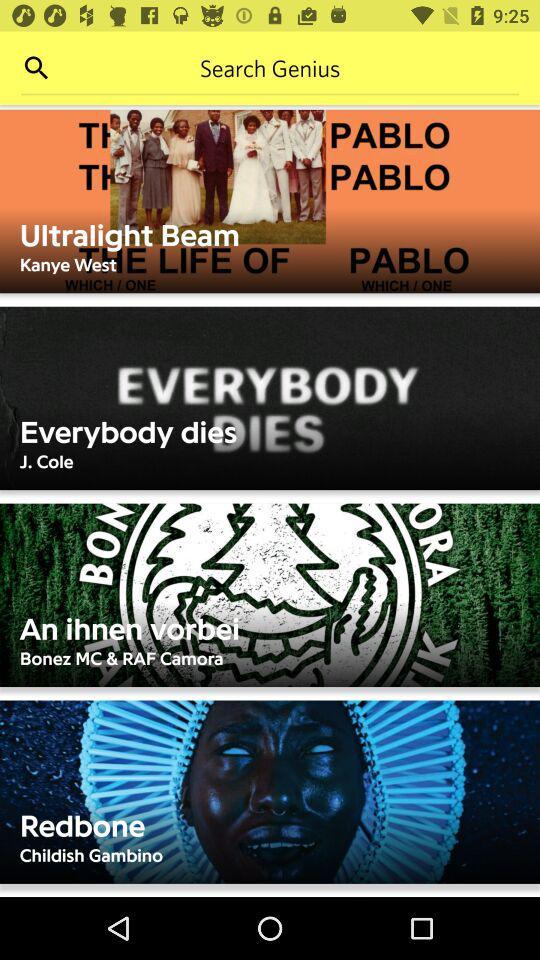 The height and width of the screenshot is (960, 540). Describe the element at coordinates (36, 68) in the screenshot. I see `search site` at that location.